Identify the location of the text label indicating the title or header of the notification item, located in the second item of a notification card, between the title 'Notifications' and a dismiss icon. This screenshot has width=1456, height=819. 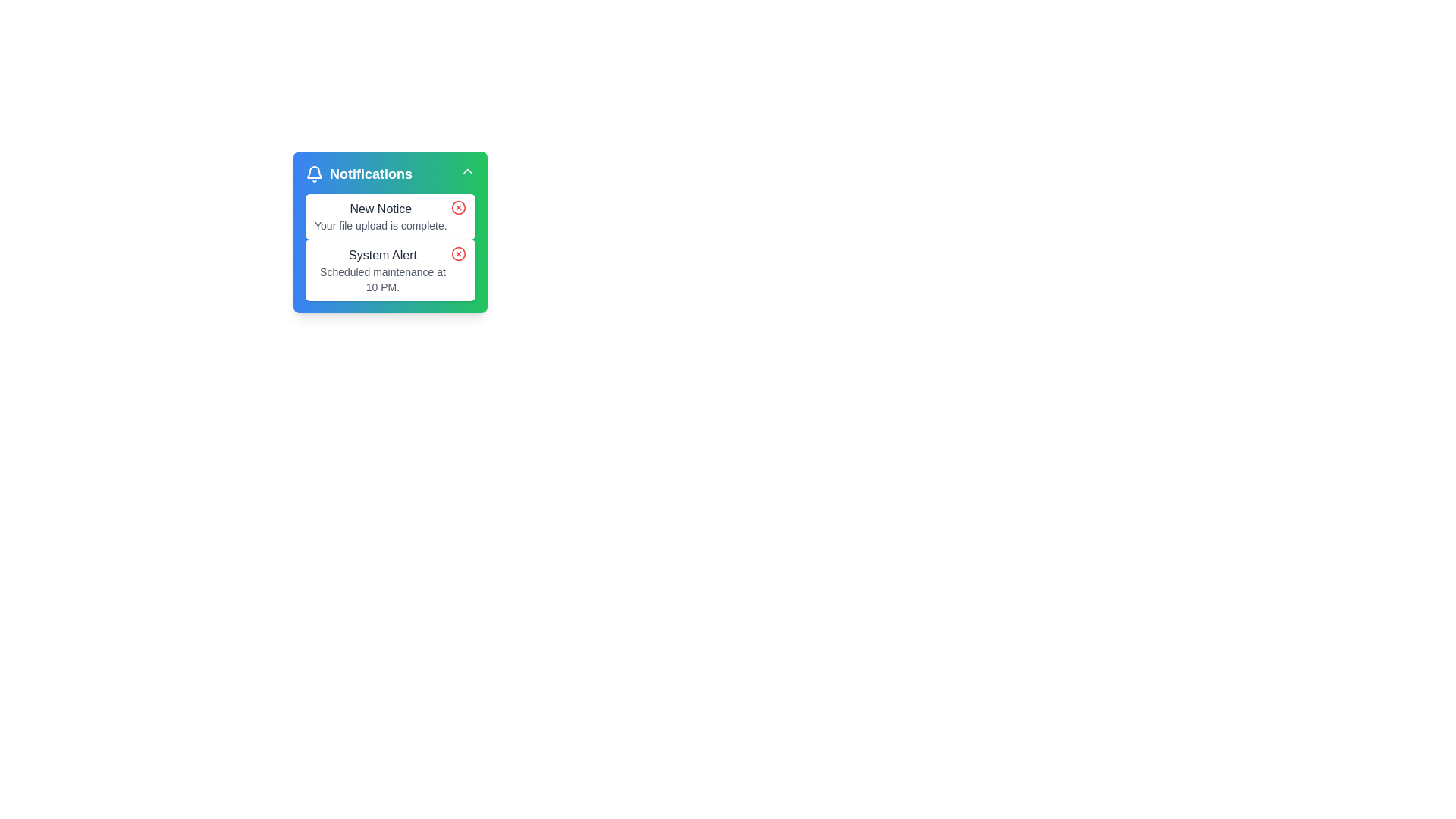
(382, 254).